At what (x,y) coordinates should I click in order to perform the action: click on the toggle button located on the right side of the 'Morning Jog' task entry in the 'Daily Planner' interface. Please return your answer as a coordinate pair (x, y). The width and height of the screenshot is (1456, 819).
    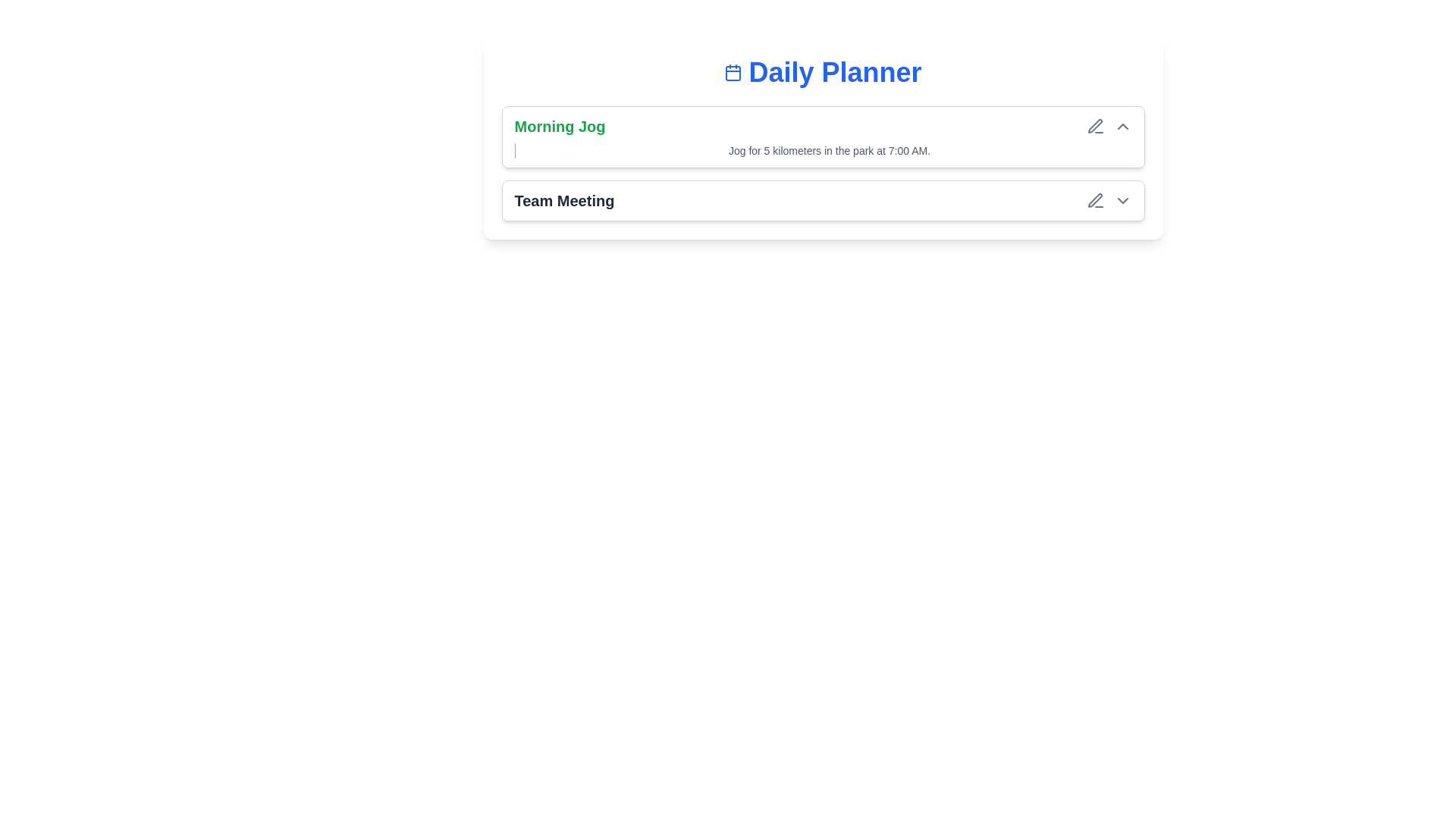
    Looking at the image, I should click on (1122, 125).